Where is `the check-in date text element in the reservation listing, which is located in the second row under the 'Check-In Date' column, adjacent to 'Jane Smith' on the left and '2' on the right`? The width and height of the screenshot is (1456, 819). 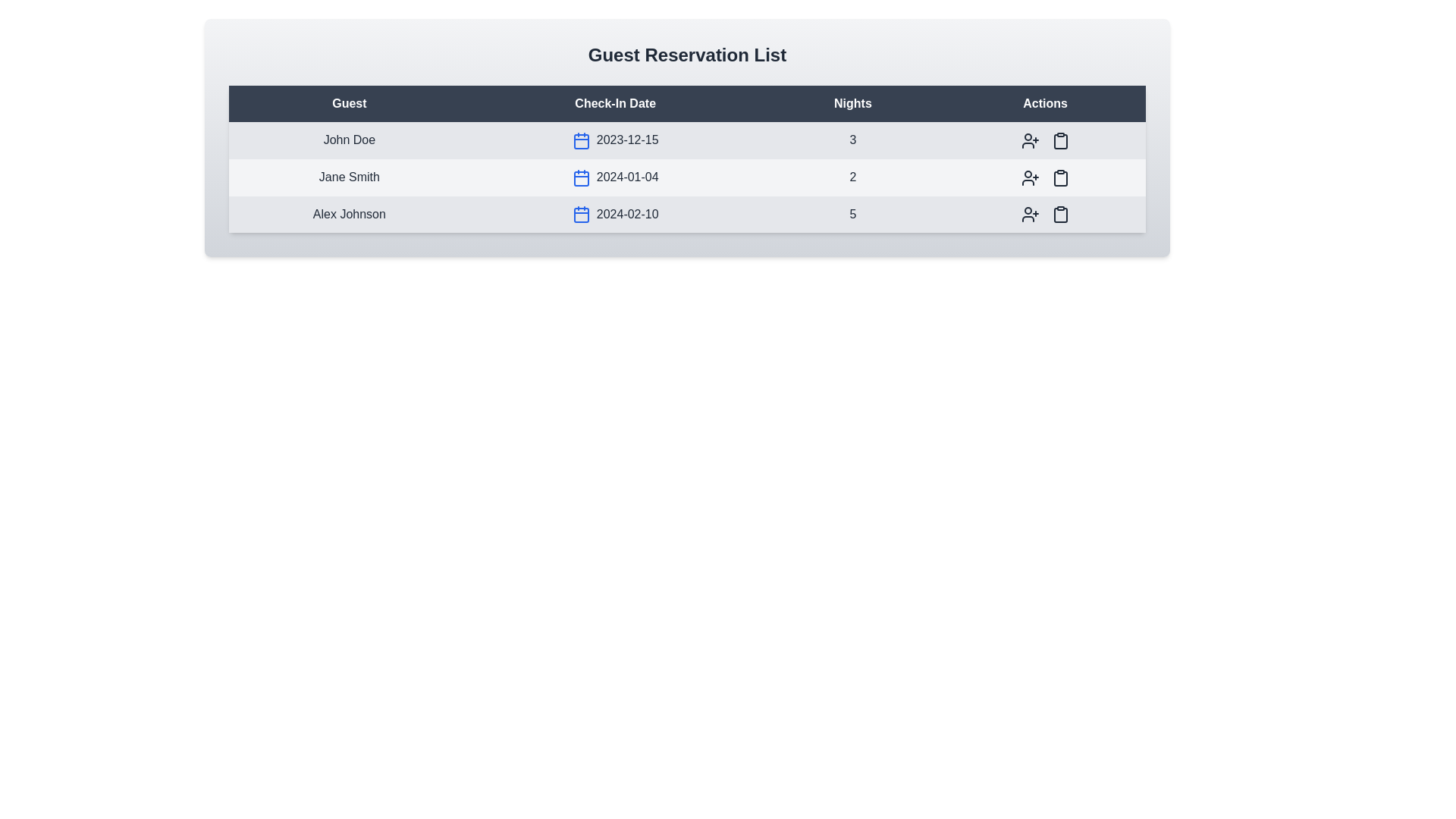
the check-in date text element in the reservation listing, which is located in the second row under the 'Check-In Date' column, adjacent to 'Jane Smith' on the left and '2' on the right is located at coordinates (615, 177).